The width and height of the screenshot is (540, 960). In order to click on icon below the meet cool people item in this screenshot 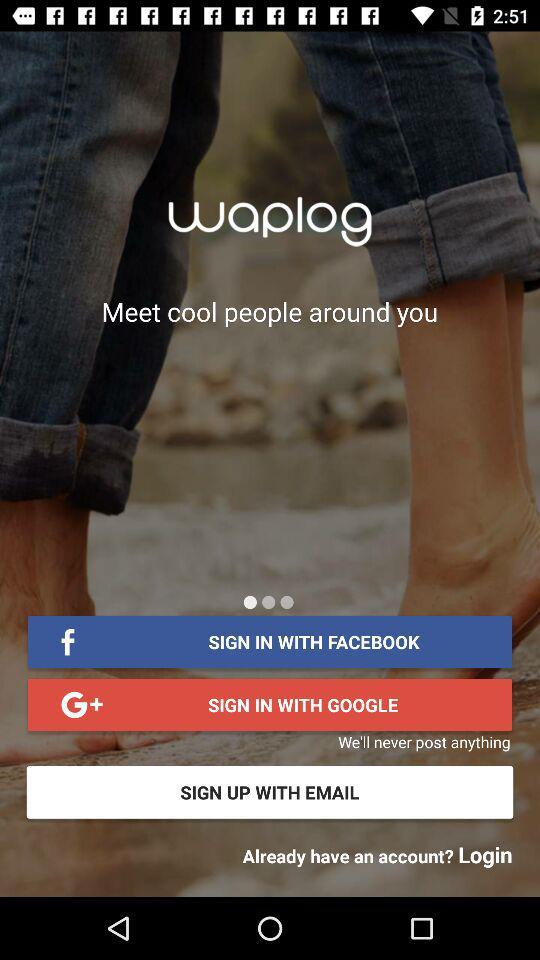, I will do `click(286, 601)`.